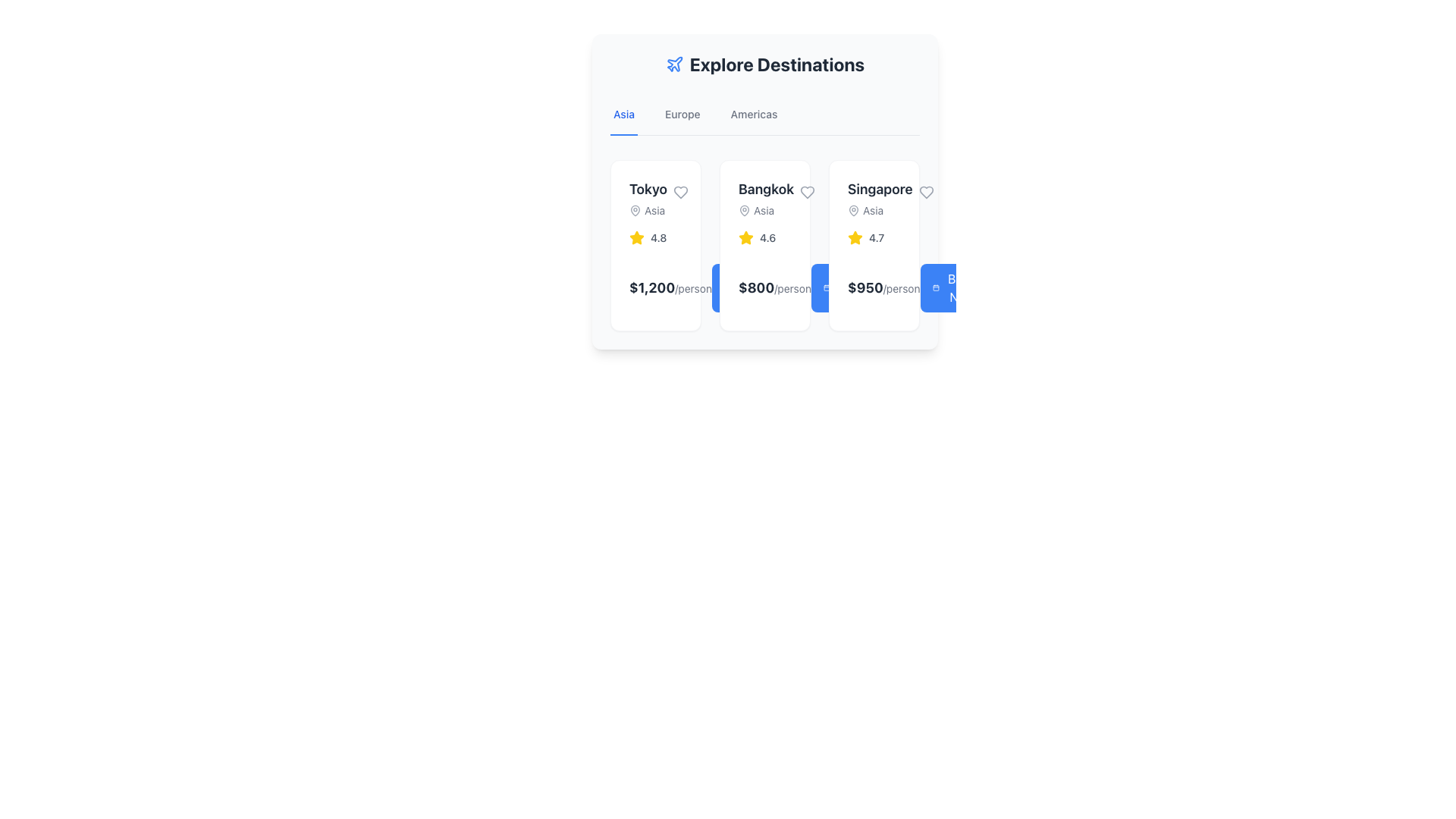  What do you see at coordinates (655, 237) in the screenshot?
I see `rating value displayed as '4.8' in the Rating Indicator, which consists of a yellow star icon and is located in the top section of the 'Tokyo' card, slightly below the title area` at bounding box center [655, 237].